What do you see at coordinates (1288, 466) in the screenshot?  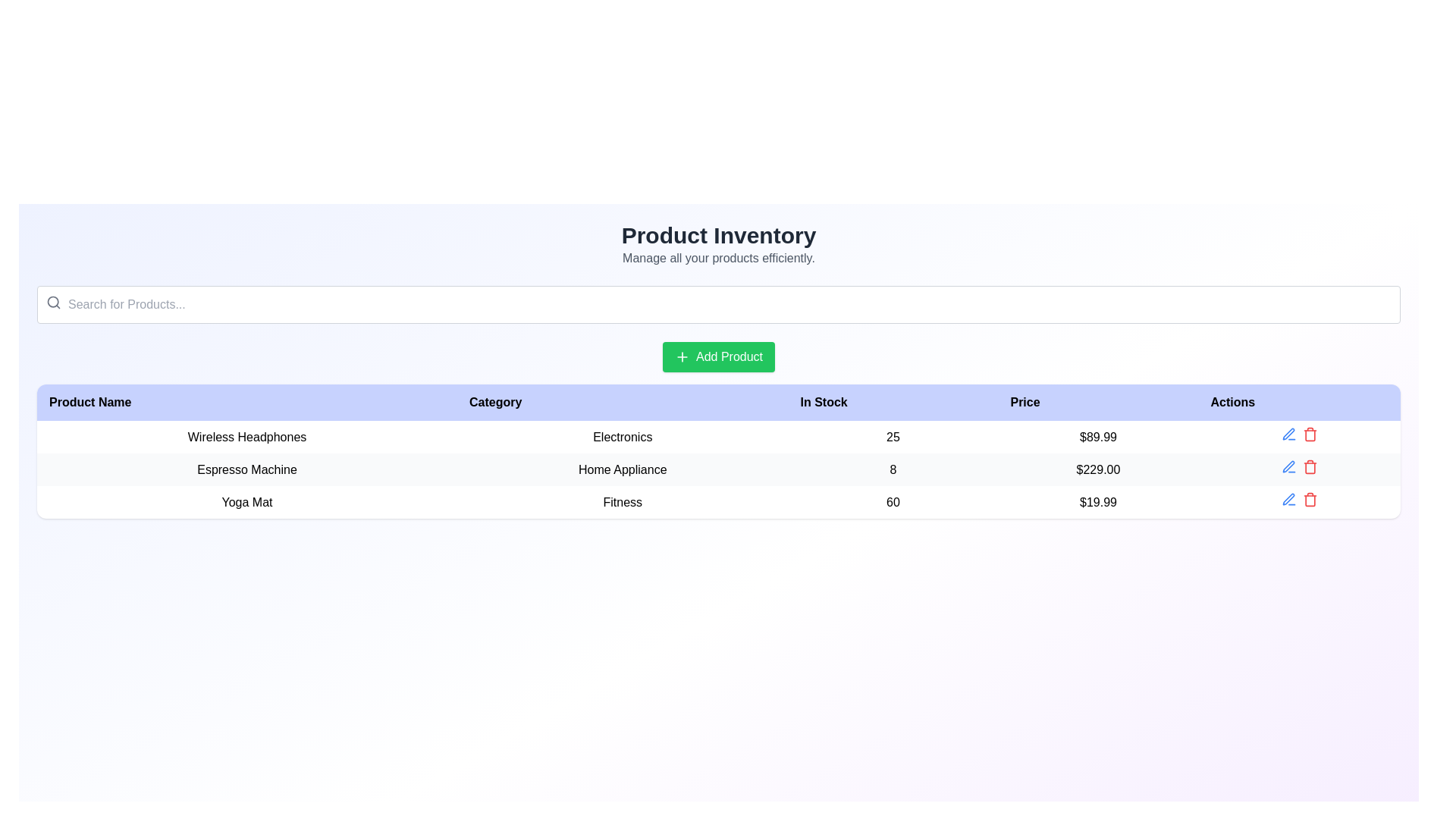 I see `the blue-colored clickable pen icon in the 'Actions' column of the 'Espresso Machine' row` at bounding box center [1288, 466].